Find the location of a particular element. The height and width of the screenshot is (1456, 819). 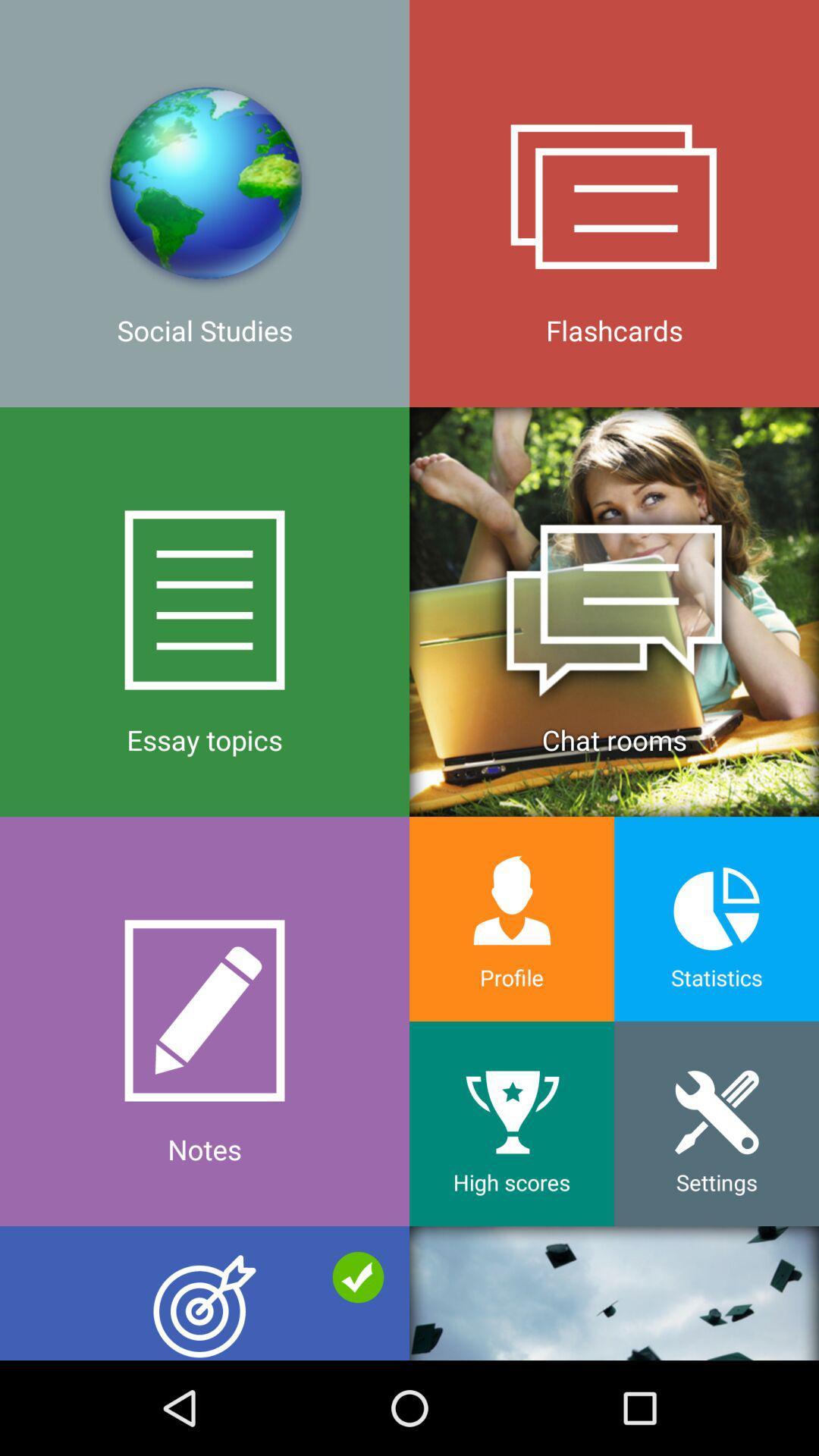

item next to the statistics item is located at coordinates (512, 918).